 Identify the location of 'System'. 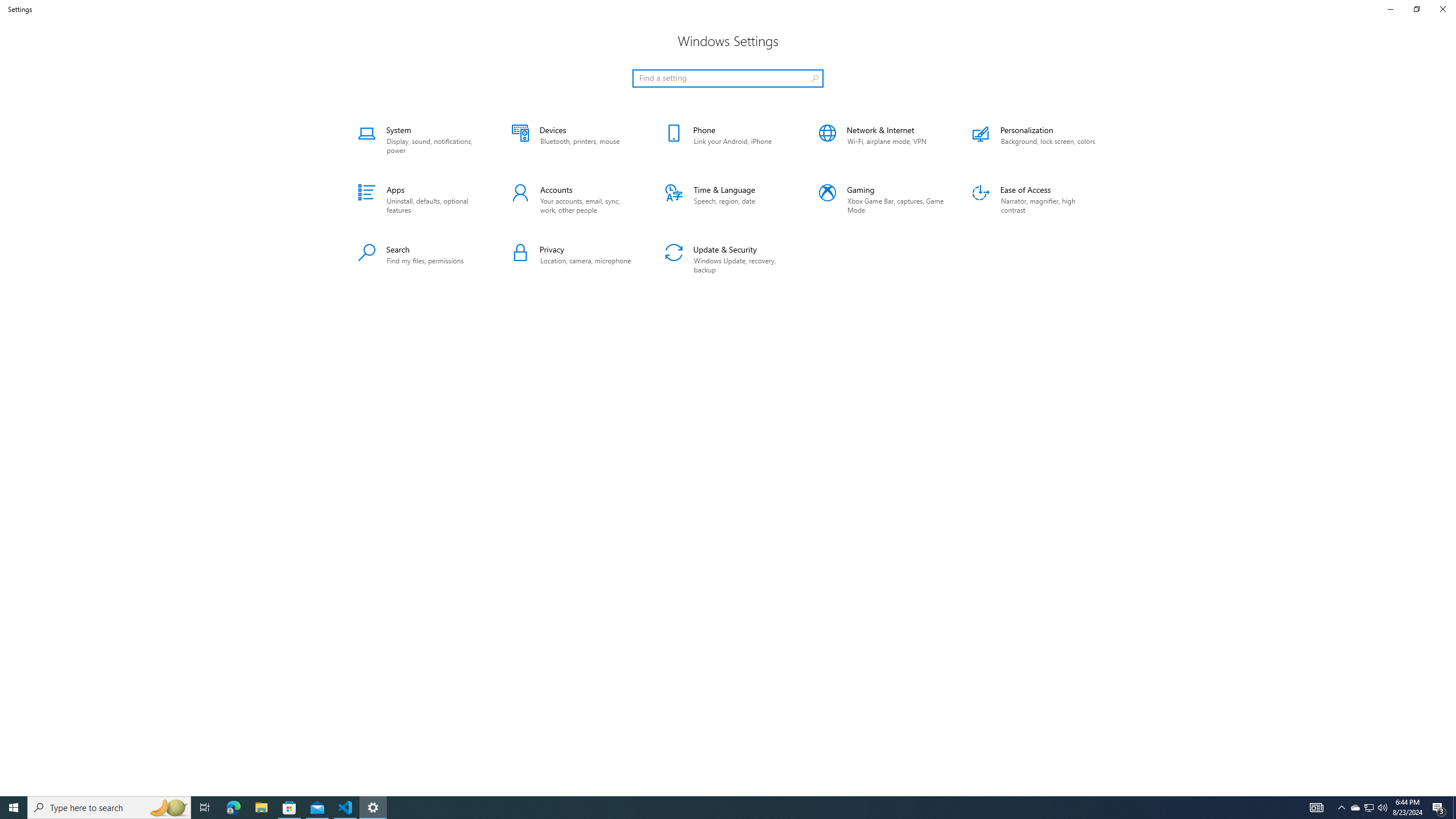
(420, 139).